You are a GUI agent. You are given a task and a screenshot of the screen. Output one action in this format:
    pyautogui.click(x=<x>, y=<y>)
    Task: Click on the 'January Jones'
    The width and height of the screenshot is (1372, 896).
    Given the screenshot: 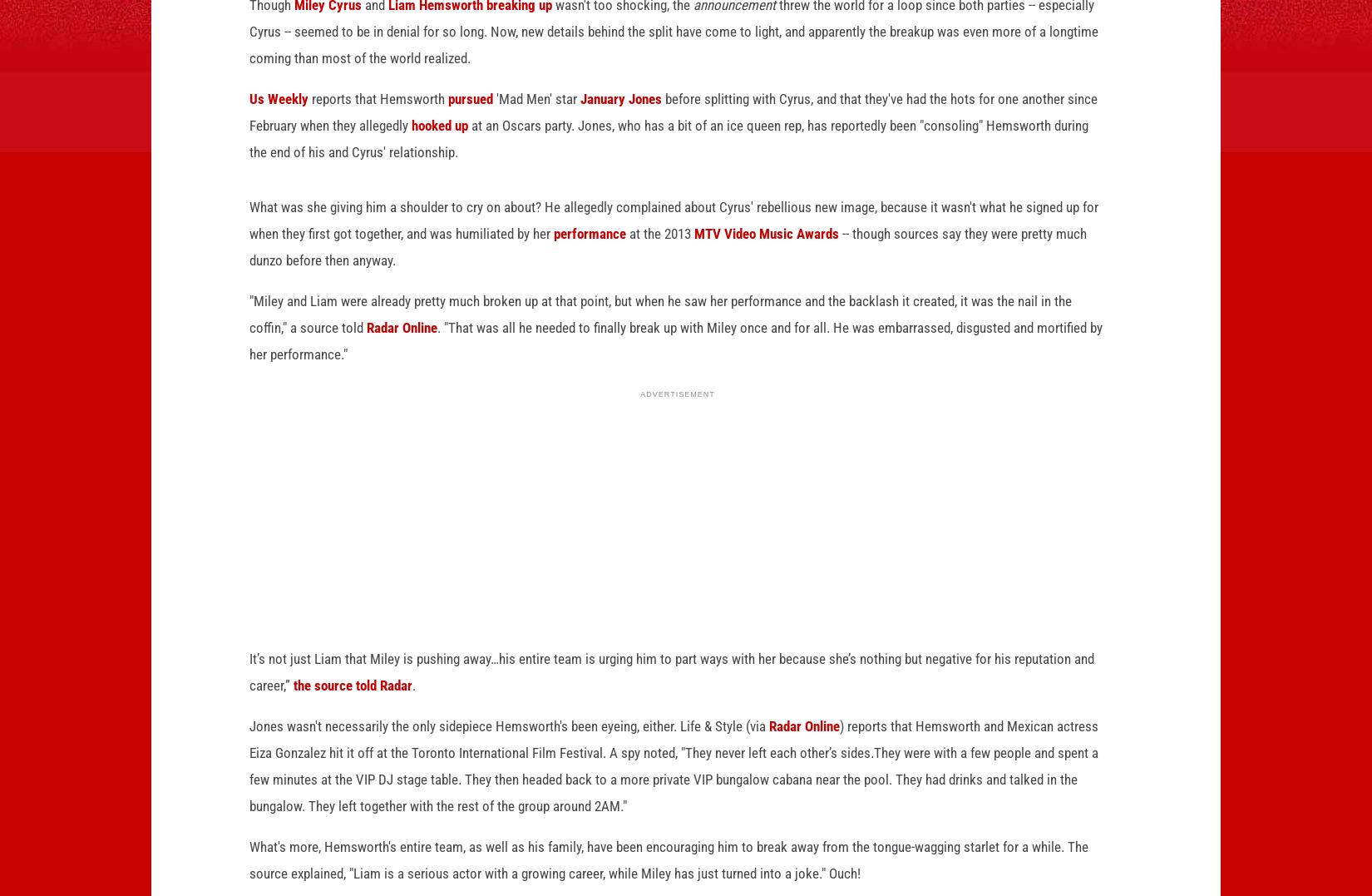 What is the action you would take?
    pyautogui.click(x=619, y=125)
    